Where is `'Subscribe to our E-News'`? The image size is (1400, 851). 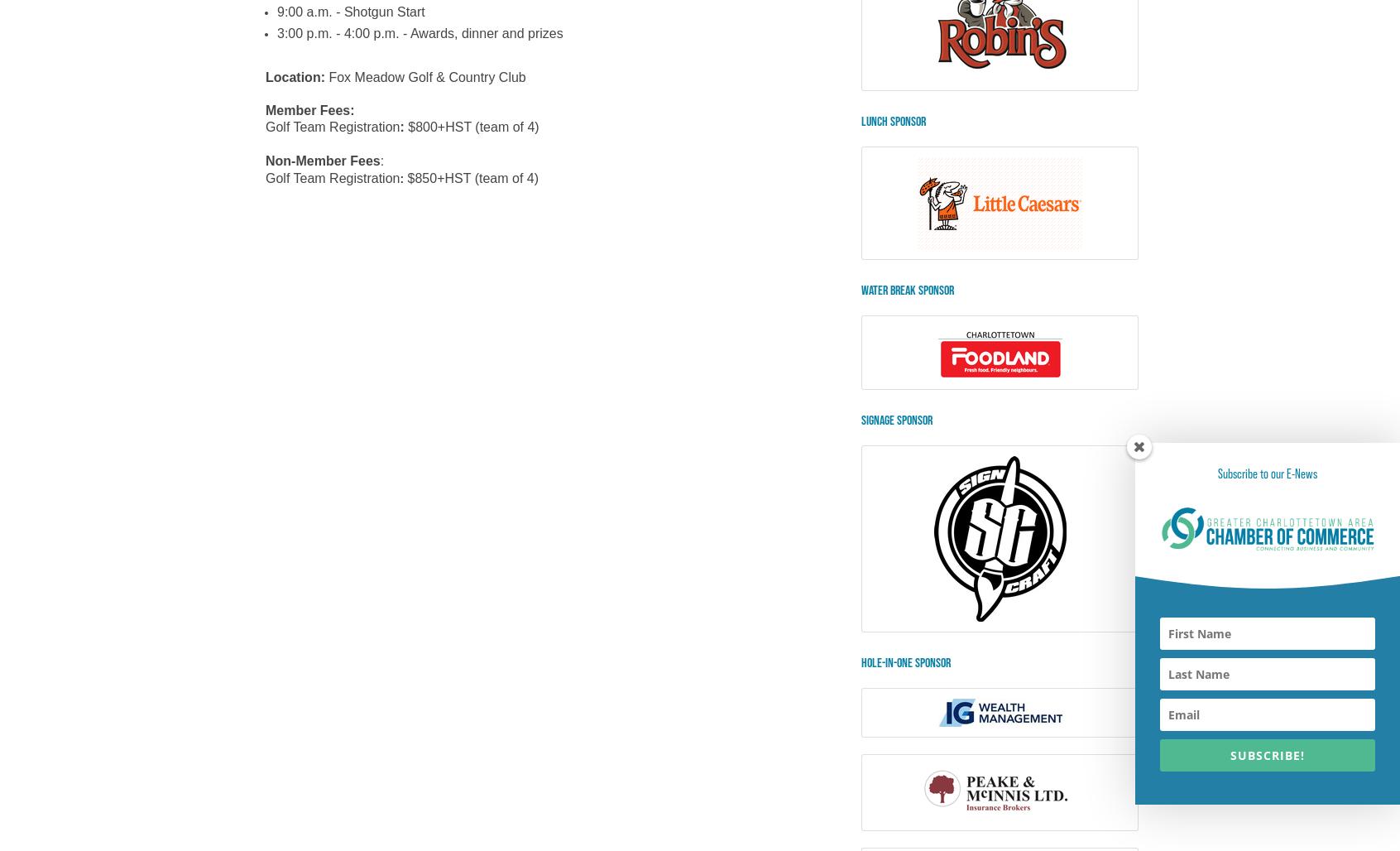 'Subscribe to our E-News' is located at coordinates (1217, 473).